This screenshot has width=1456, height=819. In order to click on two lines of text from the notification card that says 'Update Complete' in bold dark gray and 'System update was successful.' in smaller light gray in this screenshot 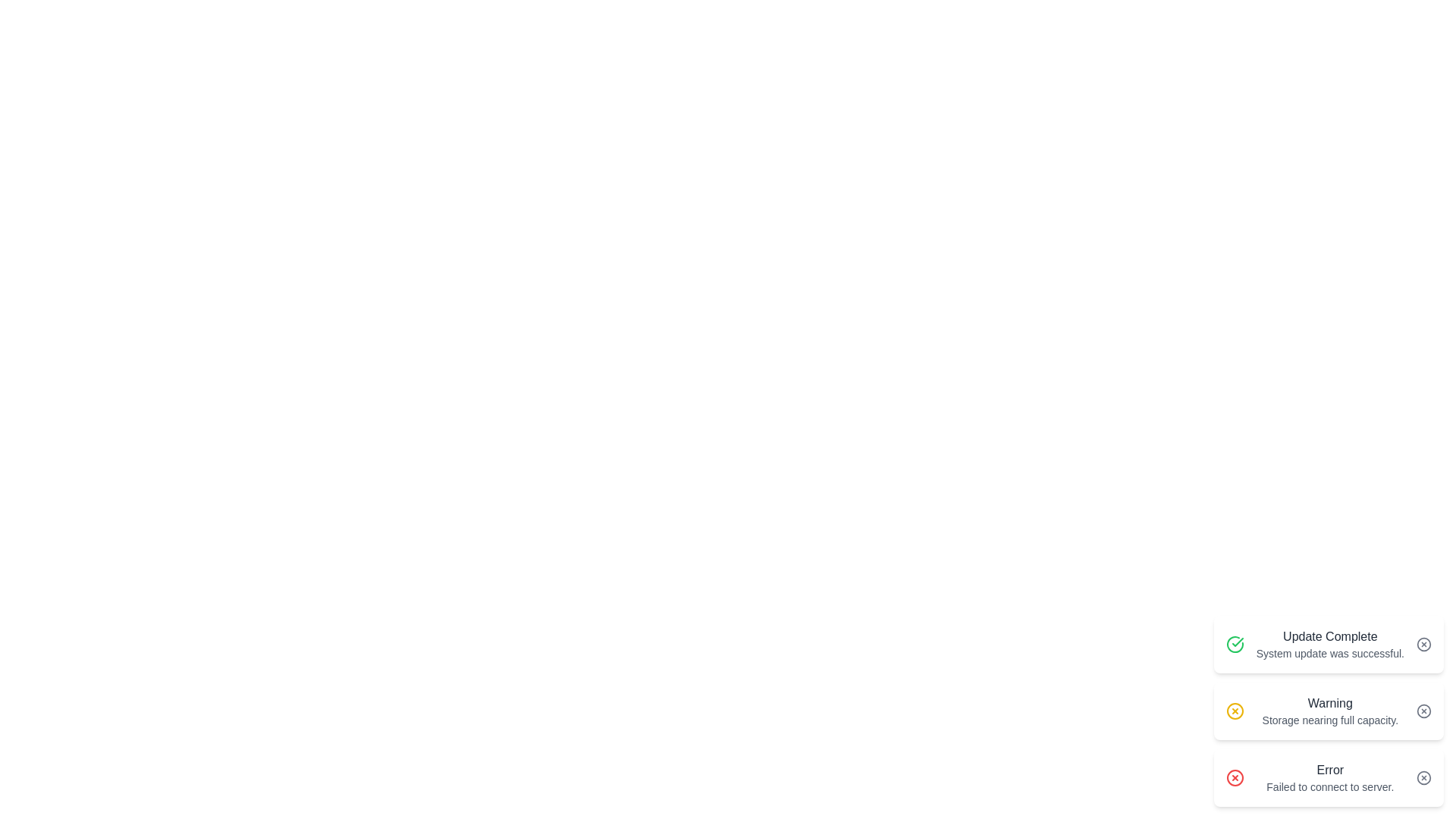, I will do `click(1329, 644)`.